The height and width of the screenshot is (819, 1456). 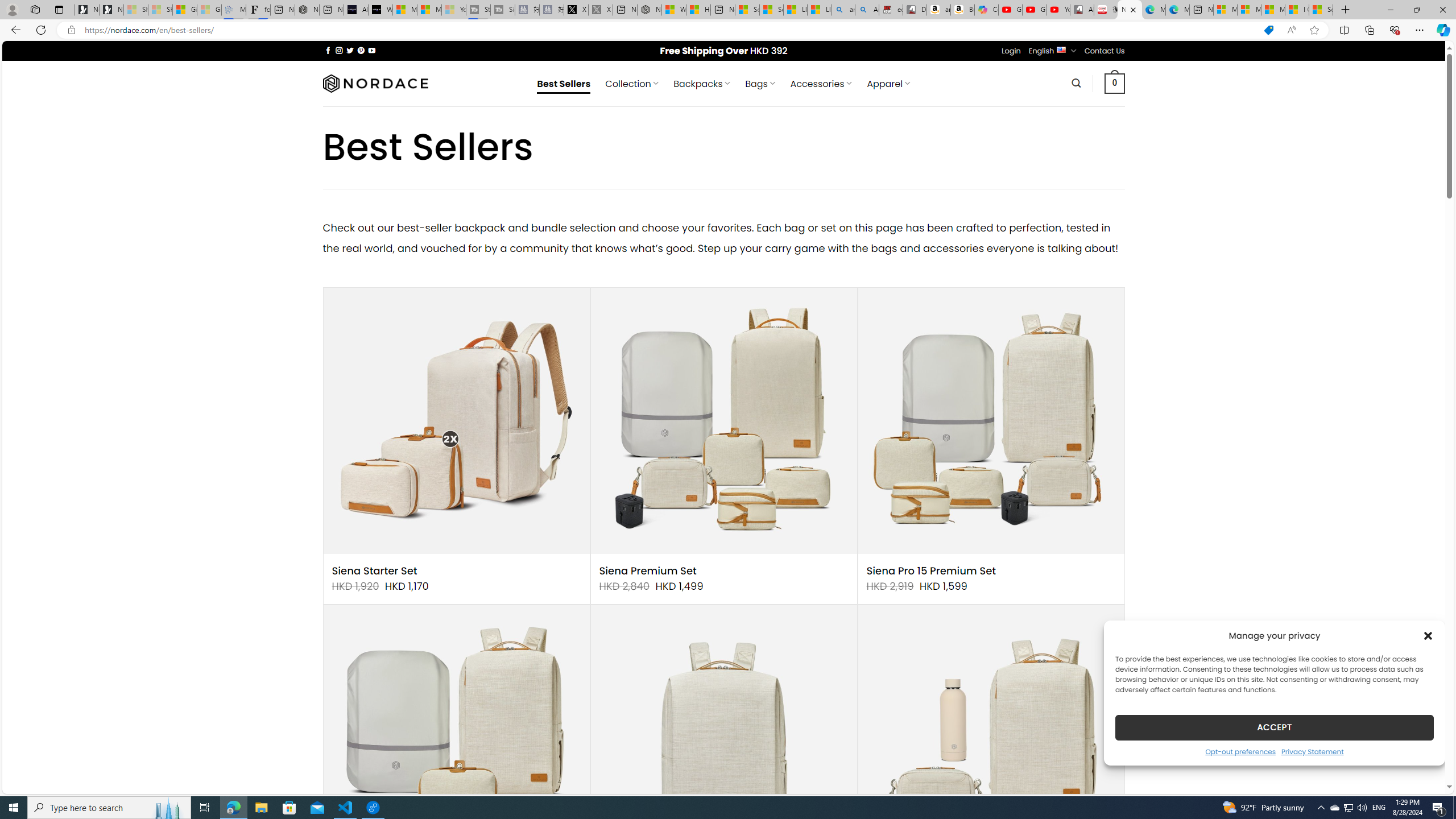 What do you see at coordinates (1442, 98) in the screenshot?
I see `'Outlook'` at bounding box center [1442, 98].